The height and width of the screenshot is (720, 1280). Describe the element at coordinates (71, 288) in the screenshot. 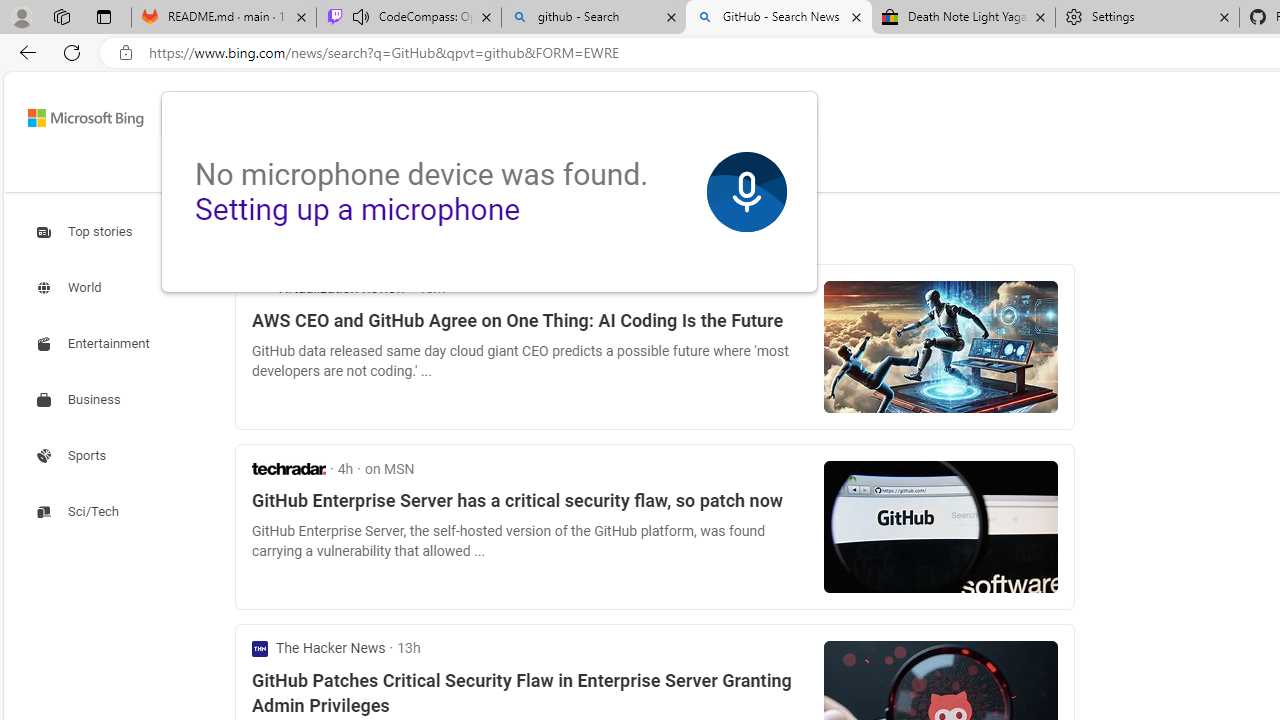

I see `'Search news about World'` at that location.